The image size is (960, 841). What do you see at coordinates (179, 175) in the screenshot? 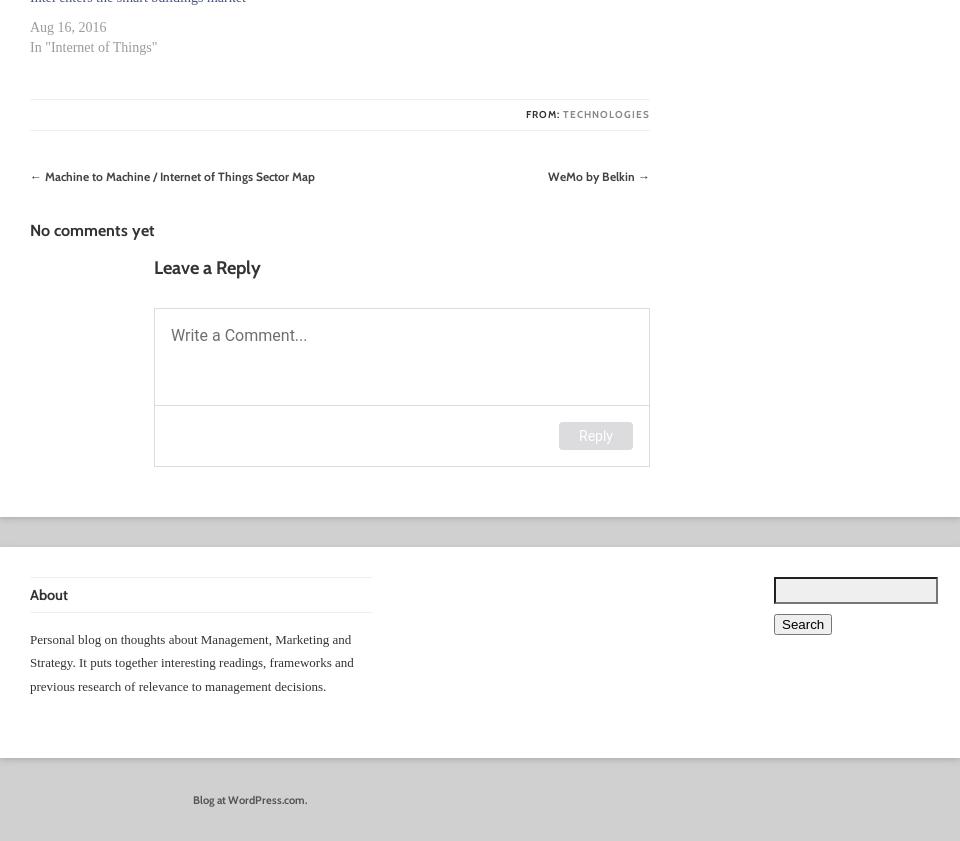
I see `'Machine to Machine / Internet of Things Sector Map'` at bounding box center [179, 175].